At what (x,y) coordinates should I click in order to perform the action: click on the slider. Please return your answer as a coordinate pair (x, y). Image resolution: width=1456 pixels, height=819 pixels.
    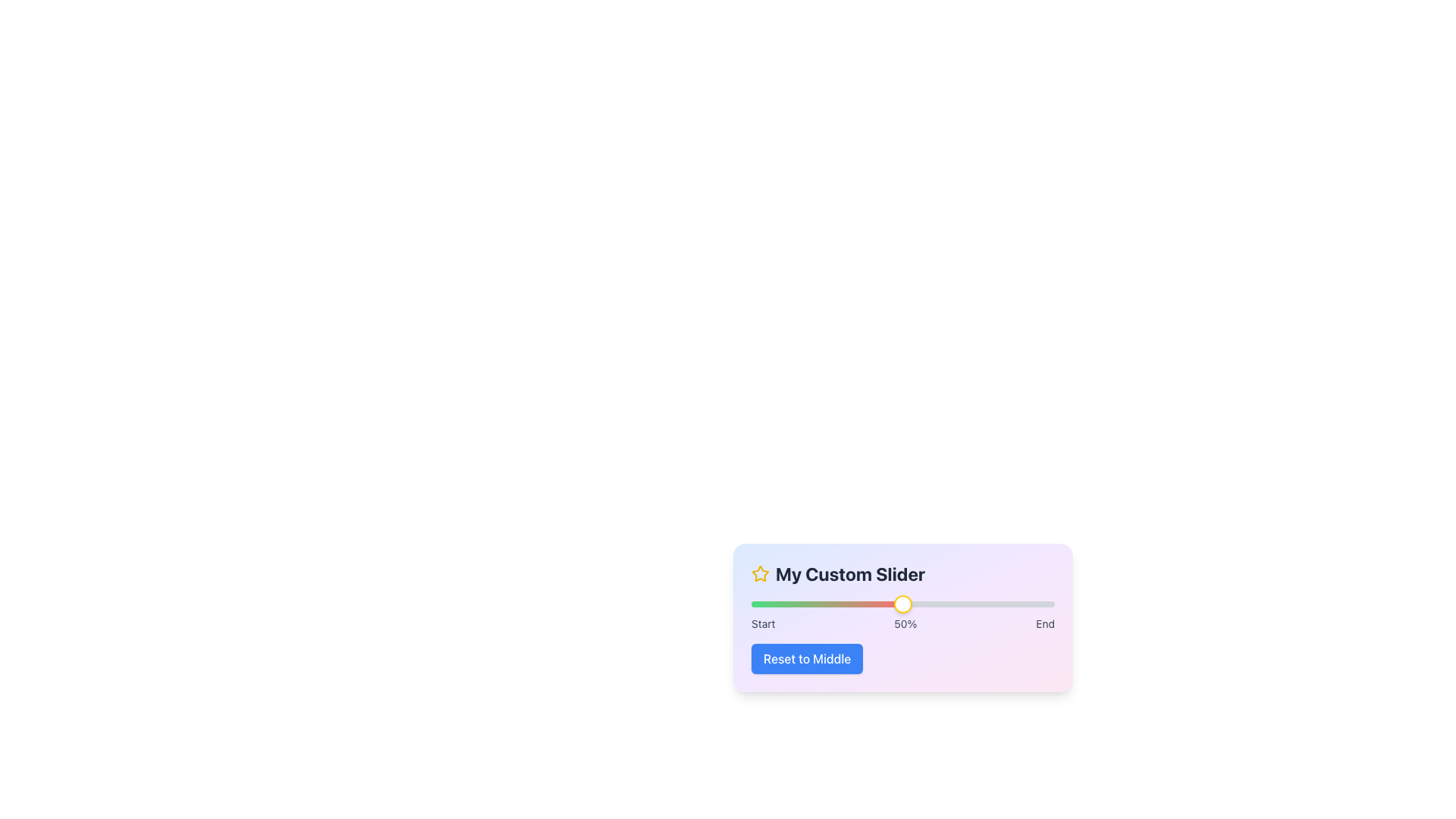
    Looking at the image, I should click on (864, 604).